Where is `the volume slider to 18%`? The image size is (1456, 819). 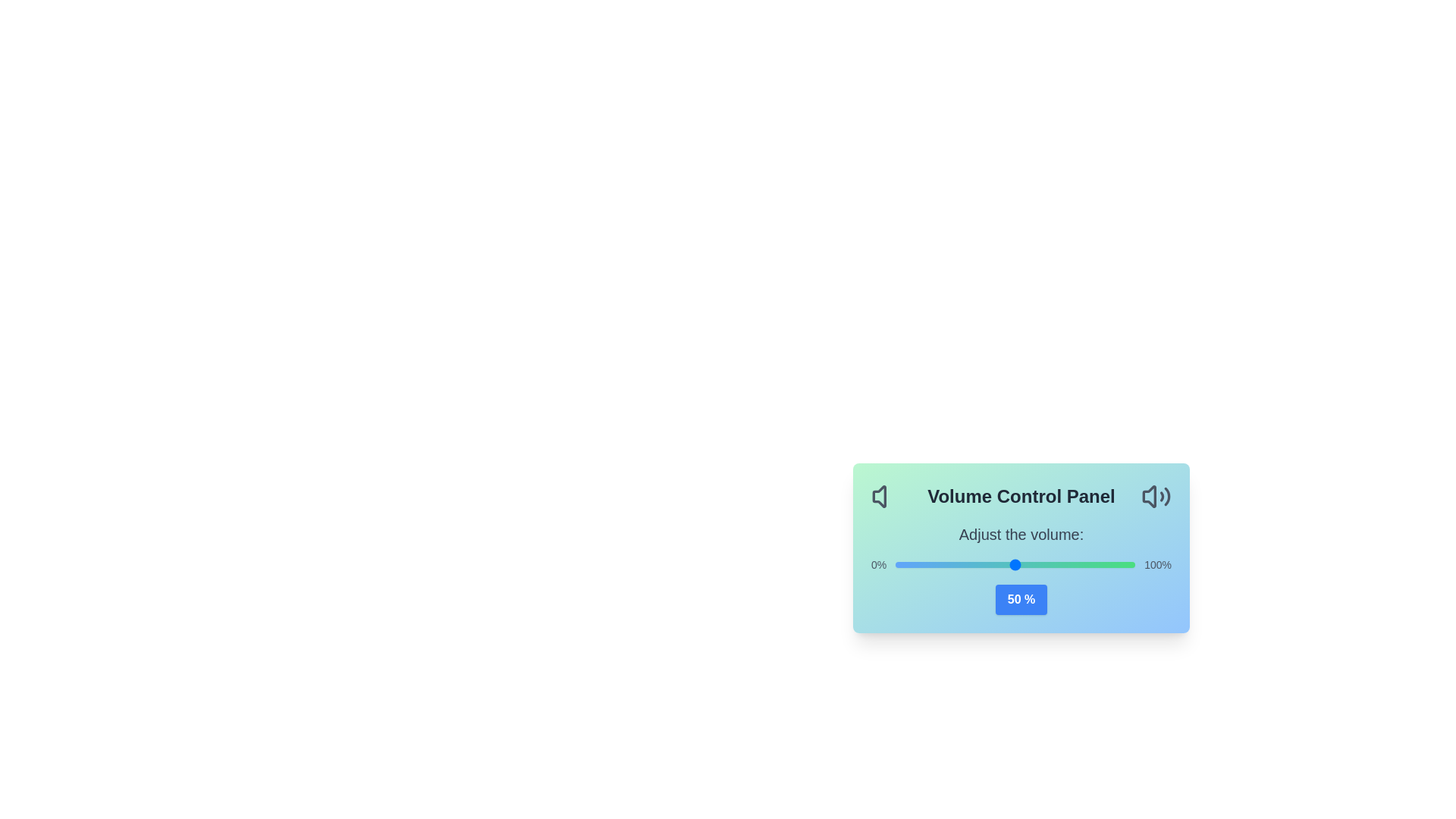 the volume slider to 18% is located at coordinates (938, 564).